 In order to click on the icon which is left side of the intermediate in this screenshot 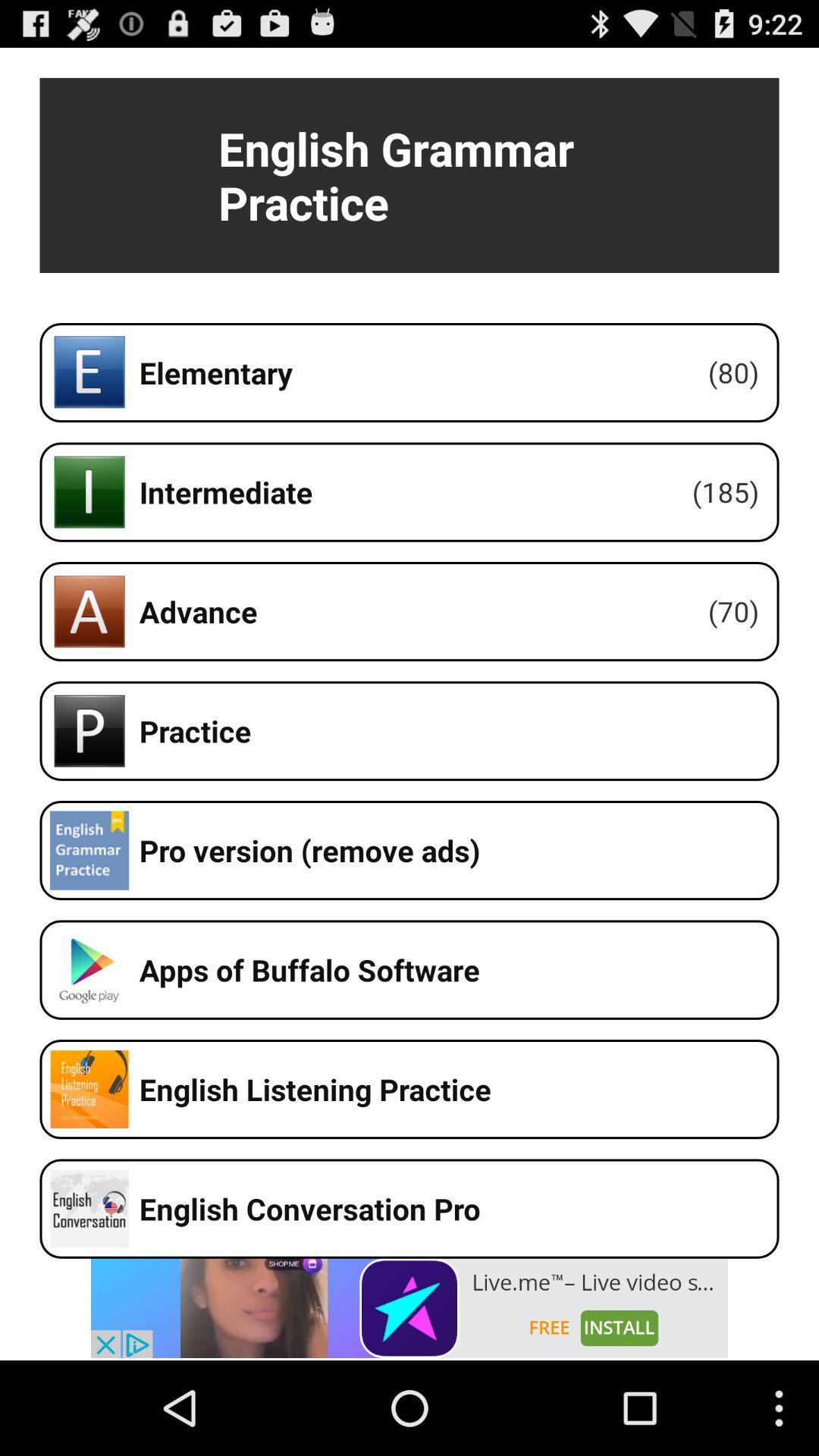, I will do `click(89, 492)`.